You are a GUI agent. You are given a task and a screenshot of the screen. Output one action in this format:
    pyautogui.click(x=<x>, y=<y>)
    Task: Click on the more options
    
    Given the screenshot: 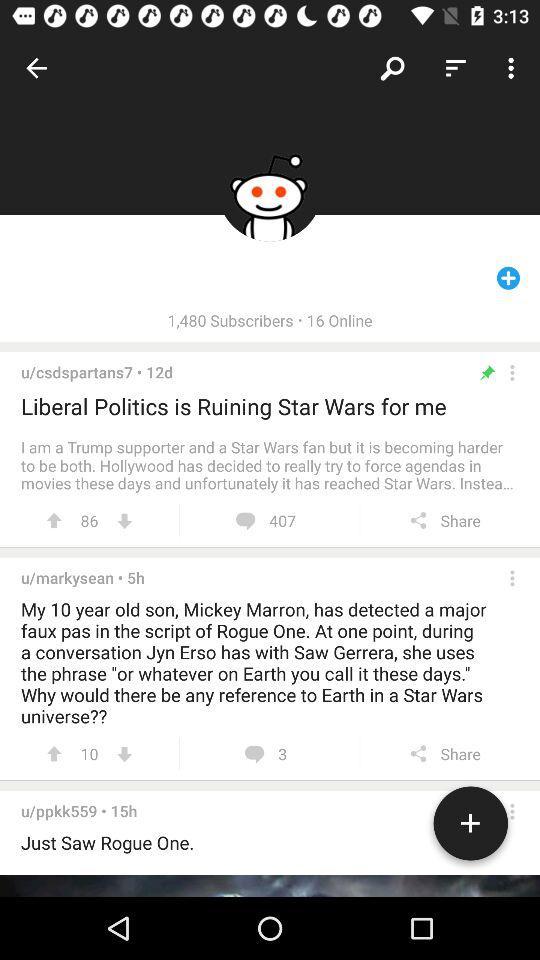 What is the action you would take?
    pyautogui.click(x=512, y=371)
    